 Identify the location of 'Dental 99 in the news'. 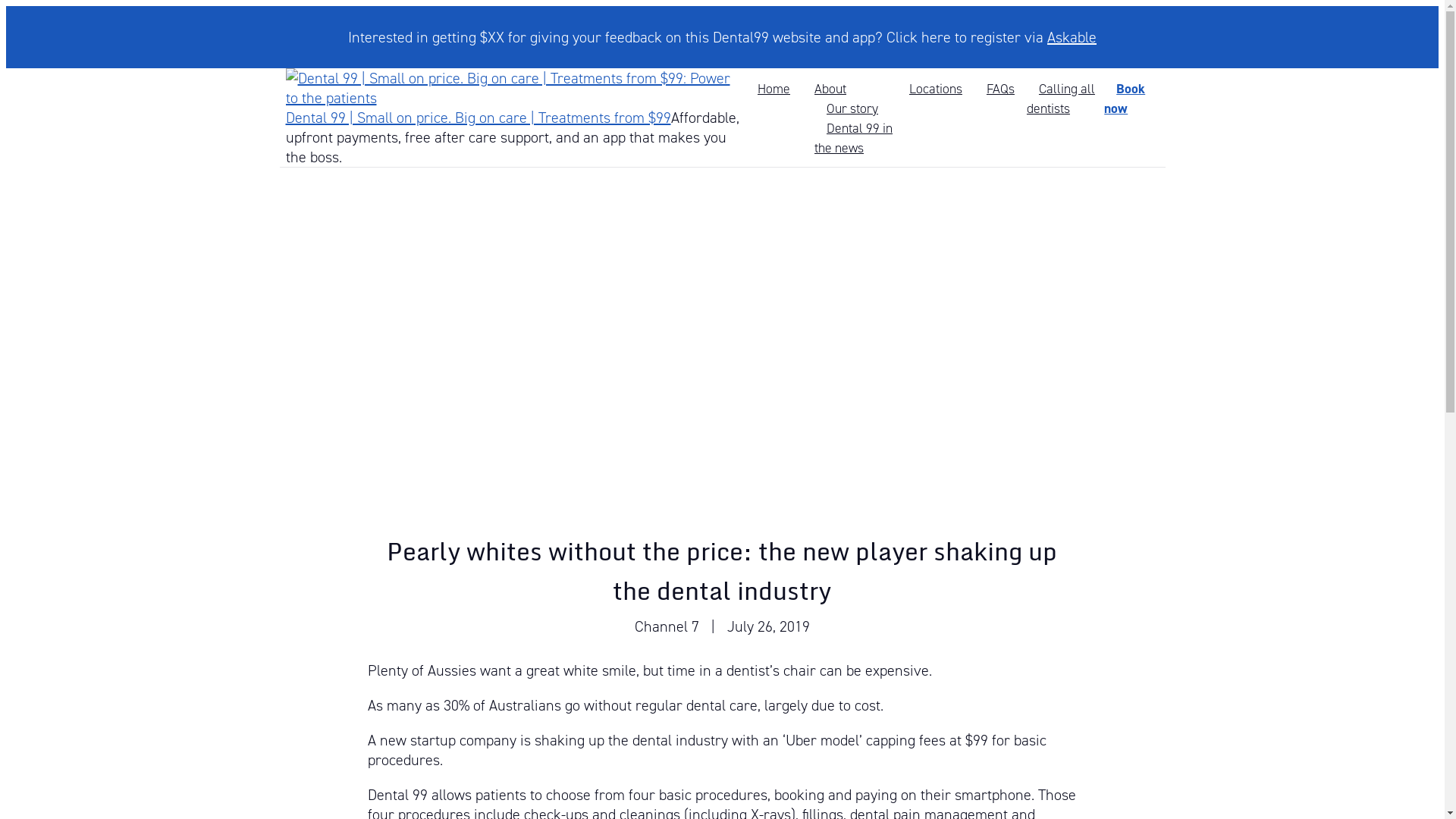
(853, 137).